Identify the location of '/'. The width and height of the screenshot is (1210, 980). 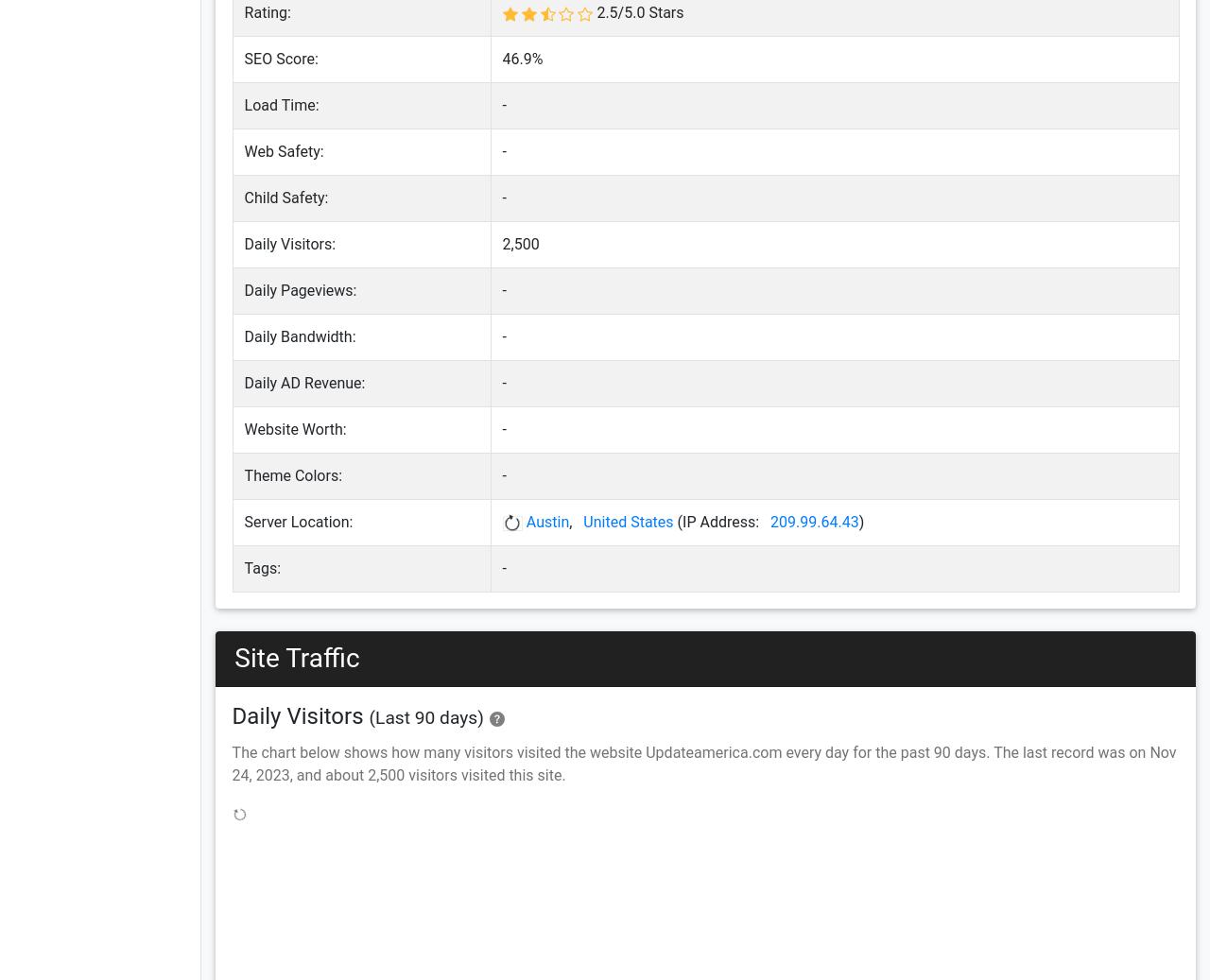
(620, 10).